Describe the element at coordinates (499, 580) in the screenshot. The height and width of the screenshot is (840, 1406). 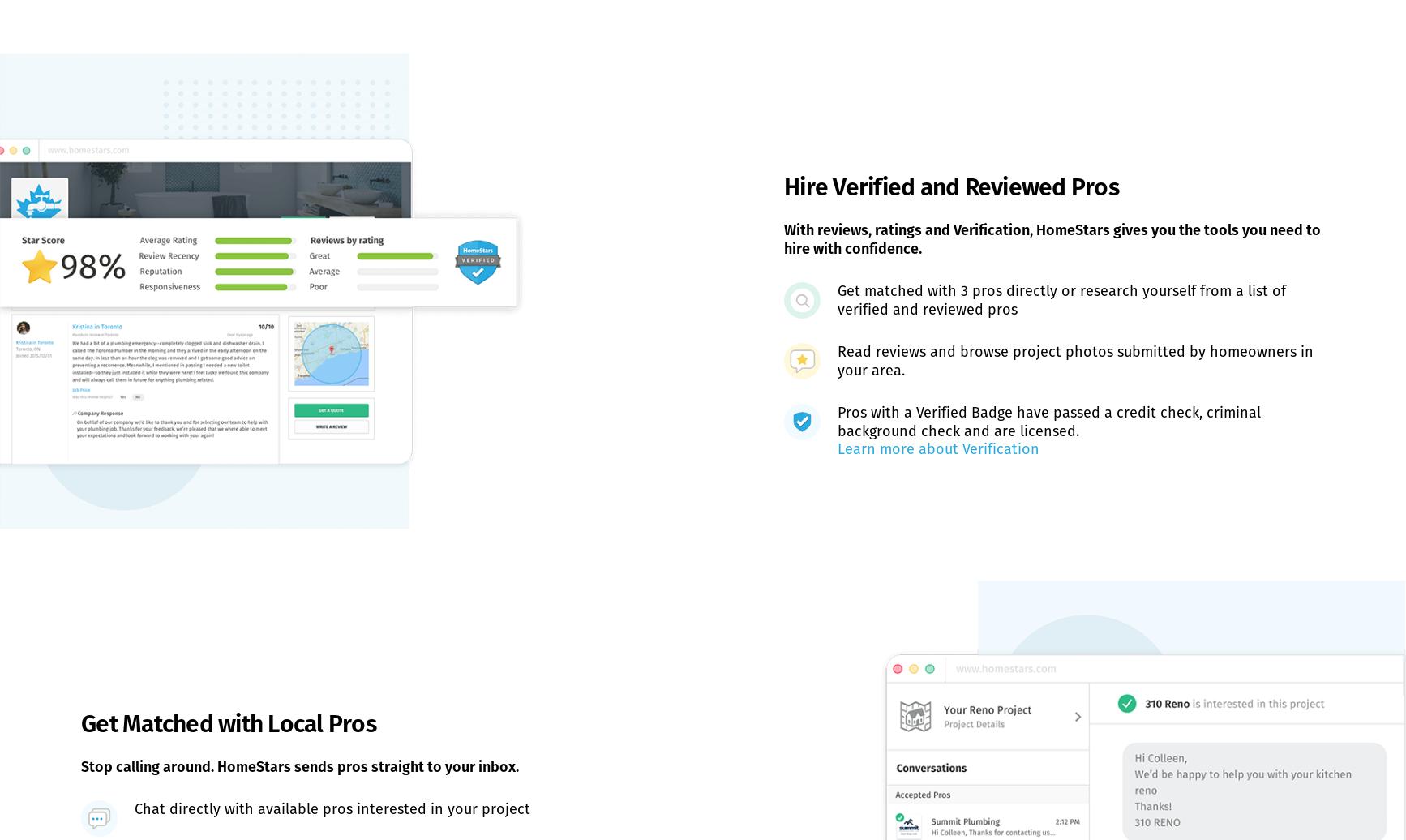
I see `'Brand Builder'` at that location.